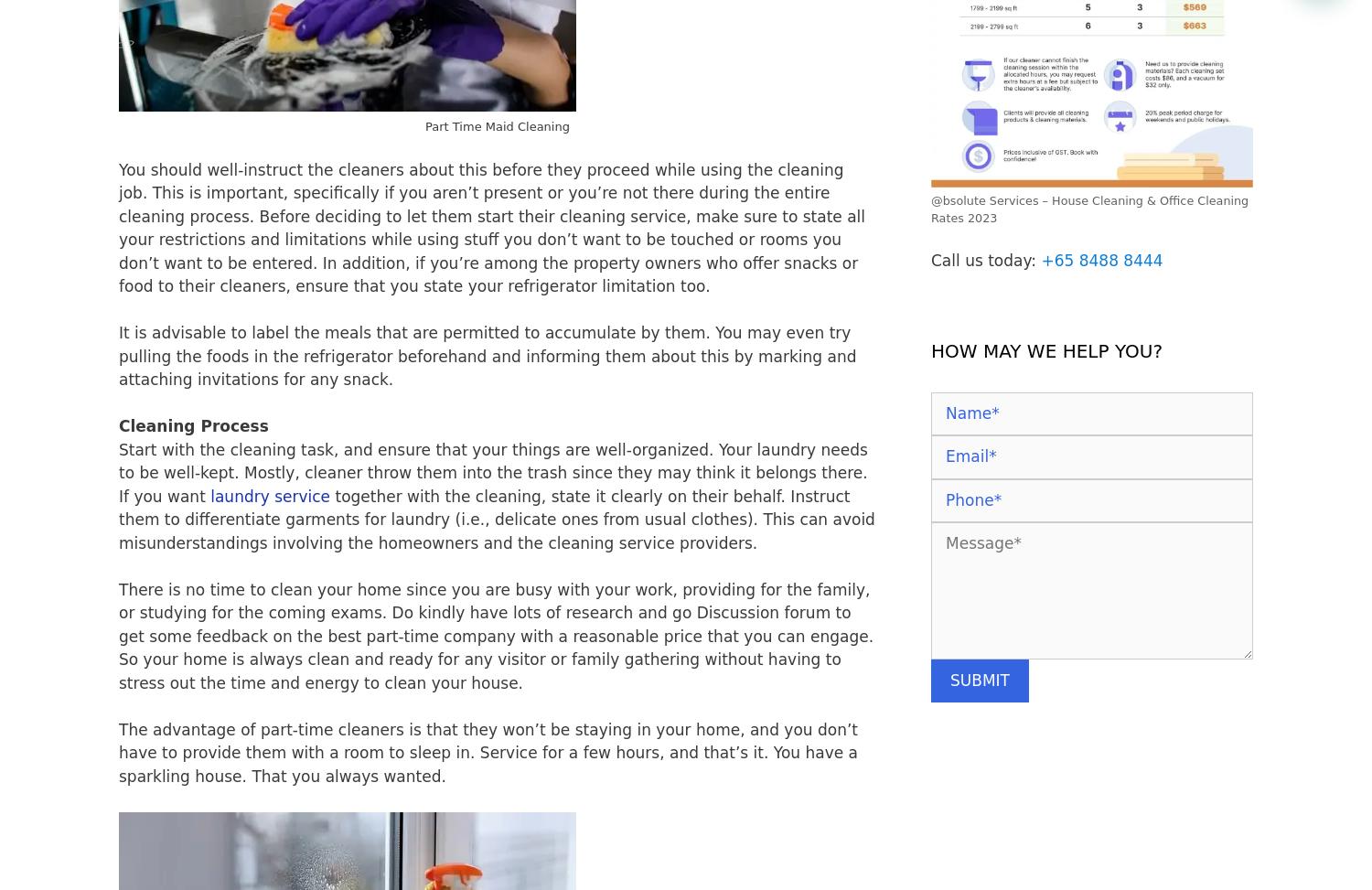 This screenshot has width=1372, height=890. I want to click on 'Start with the cleaning task, and ensure that your things are well-organized. Your laundry needs to be well-kept. Mostly, cleaner throw them into the trash since they may think it belongs there. If you want', so click(492, 471).